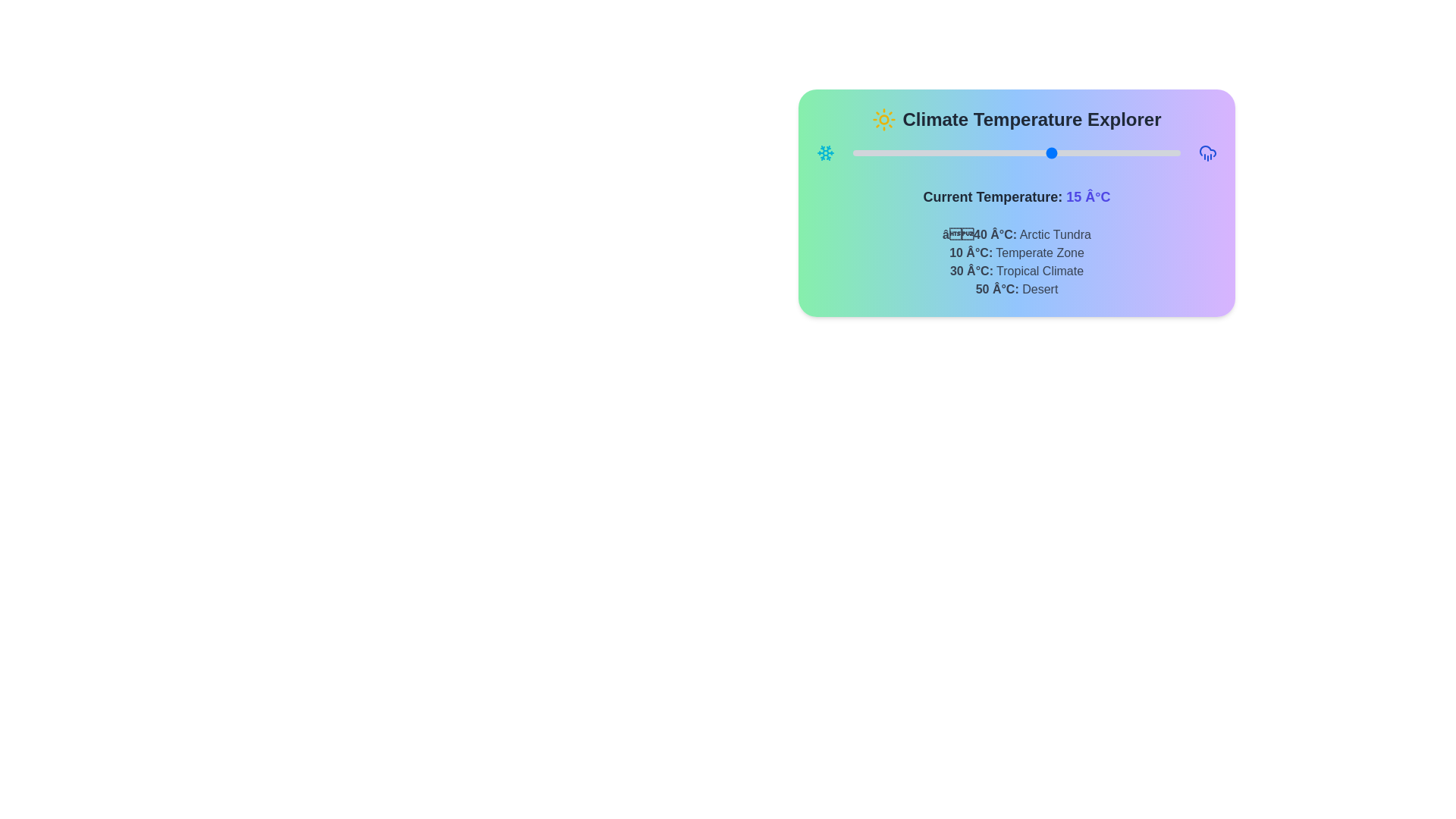 Image resolution: width=1456 pixels, height=819 pixels. I want to click on the snowflake icon to simulate user interaction, so click(825, 152).